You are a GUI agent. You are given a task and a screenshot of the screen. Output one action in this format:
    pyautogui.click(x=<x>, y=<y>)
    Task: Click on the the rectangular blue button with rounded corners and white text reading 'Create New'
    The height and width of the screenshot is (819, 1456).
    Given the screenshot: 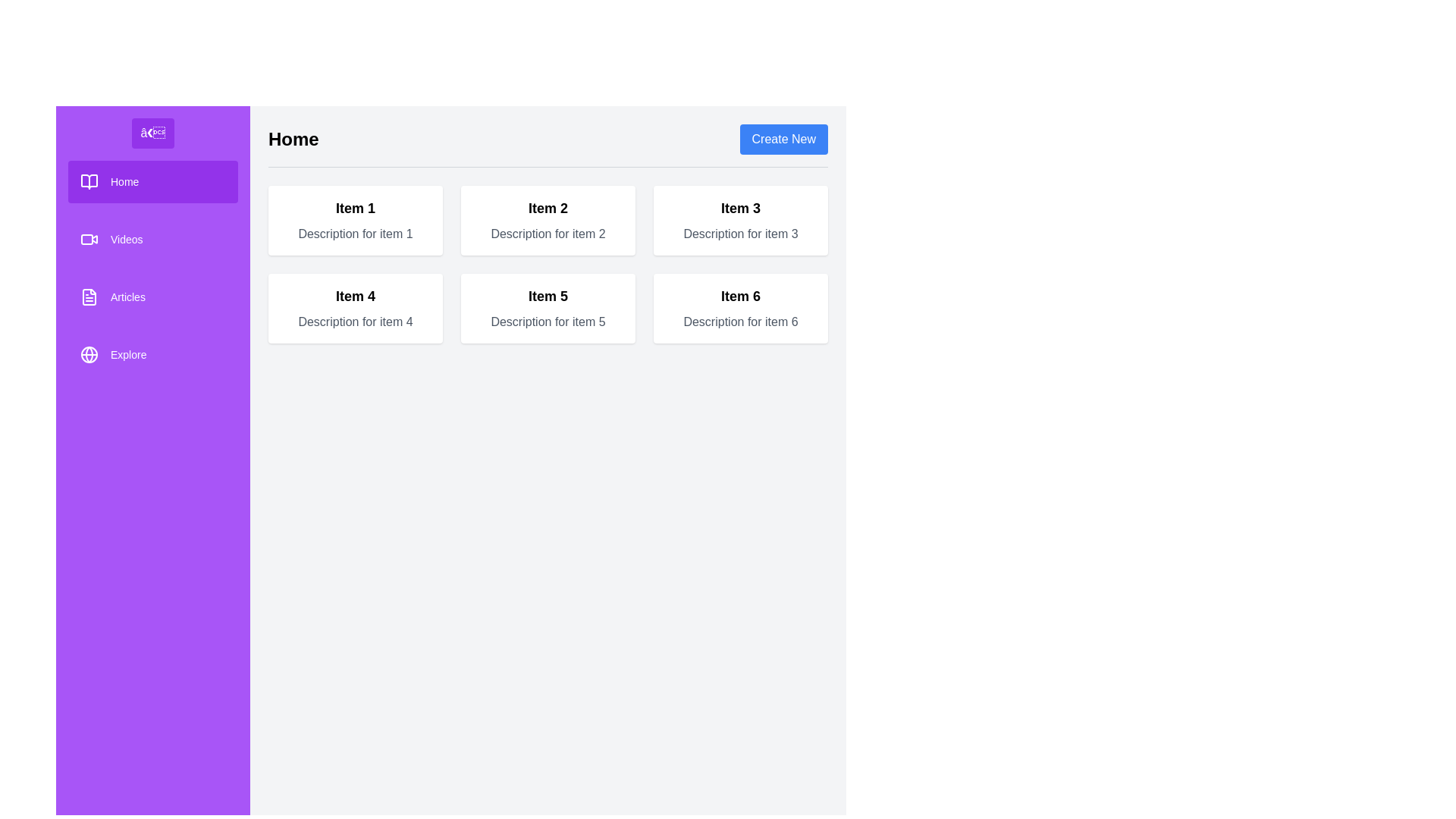 What is the action you would take?
    pyautogui.click(x=783, y=140)
    